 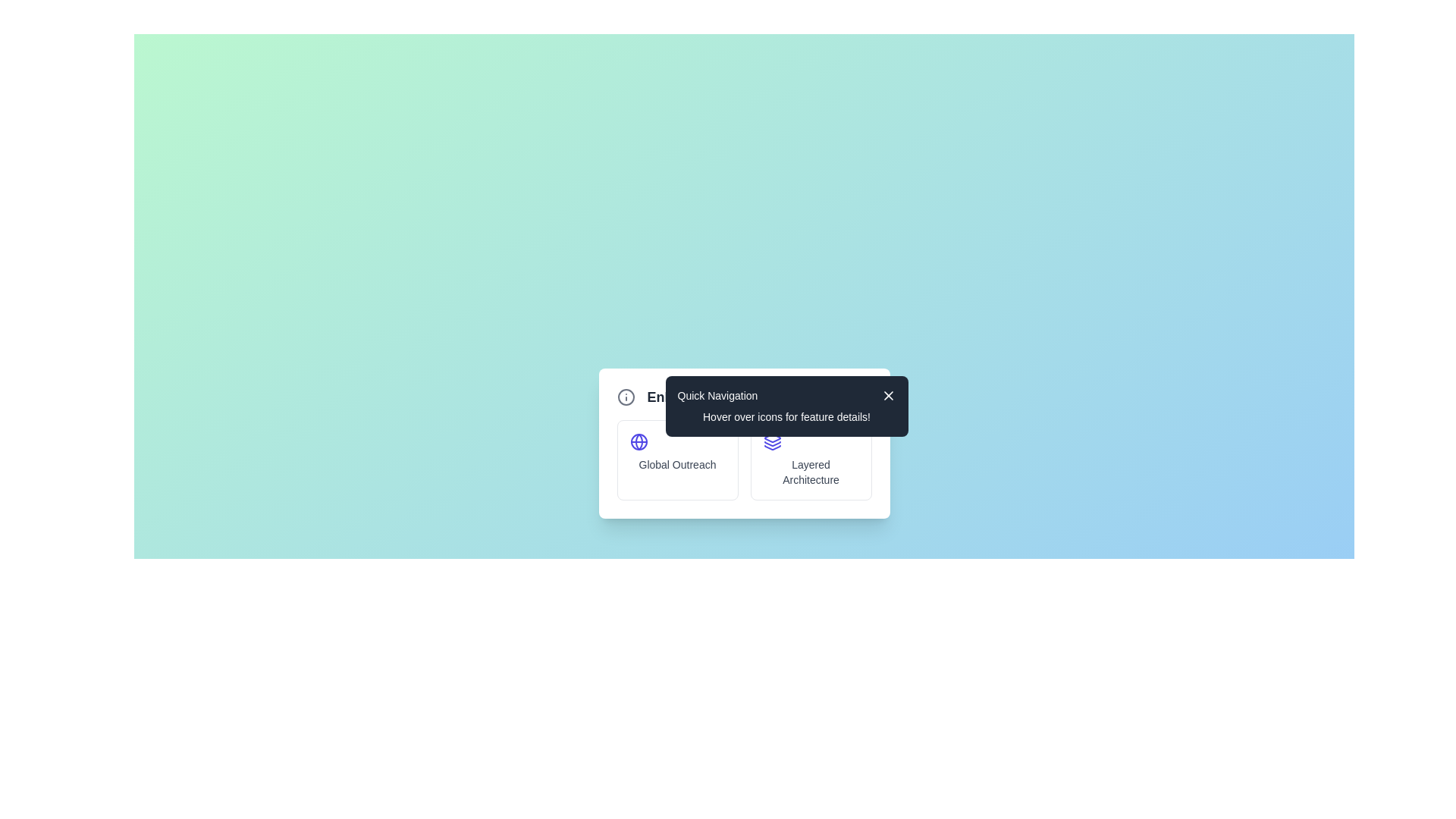 What do you see at coordinates (786, 417) in the screenshot?
I see `the static label providing guidance in the 'Quick Navigation' pop-up box, located below the title` at bounding box center [786, 417].